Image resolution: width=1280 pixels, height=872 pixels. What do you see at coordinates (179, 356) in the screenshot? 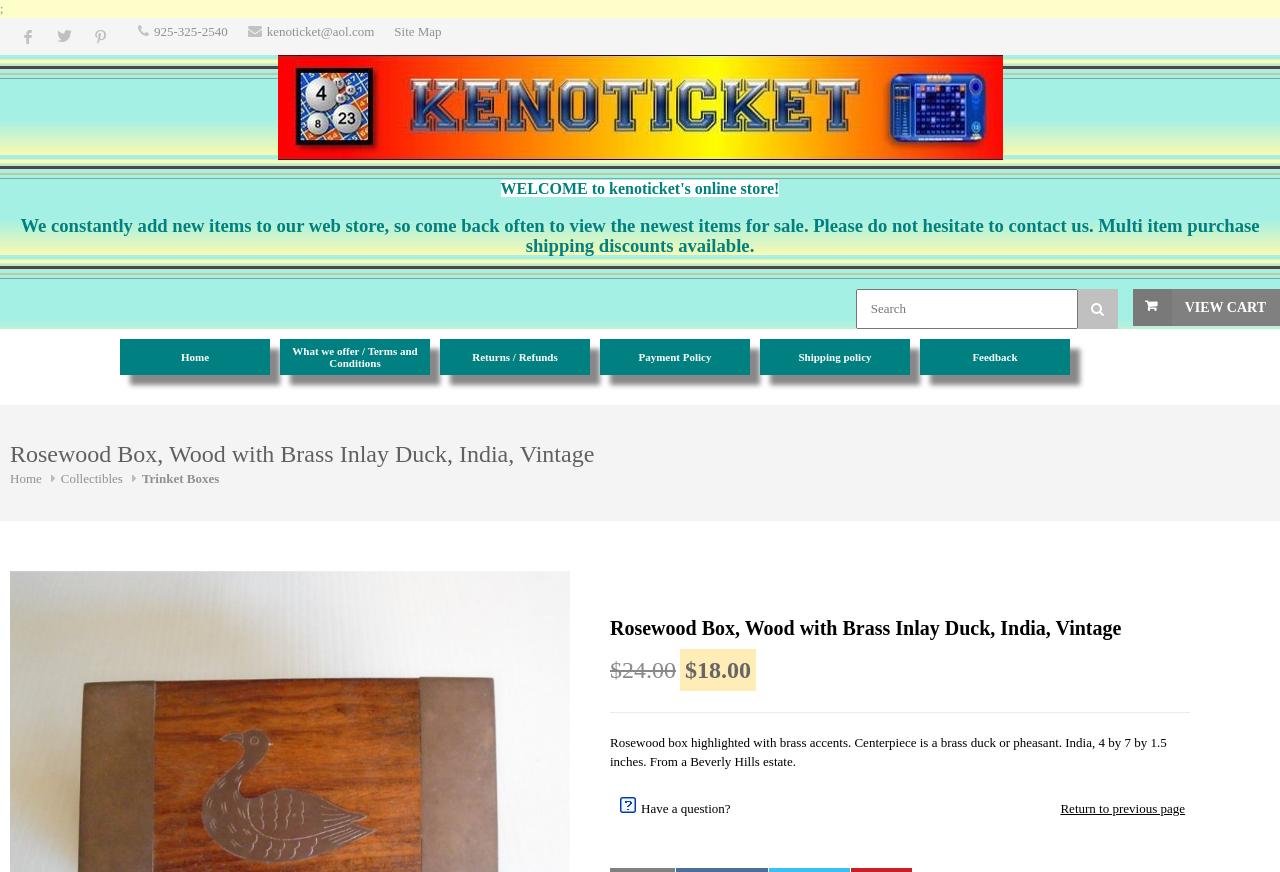
I see `'Home'` at bounding box center [179, 356].